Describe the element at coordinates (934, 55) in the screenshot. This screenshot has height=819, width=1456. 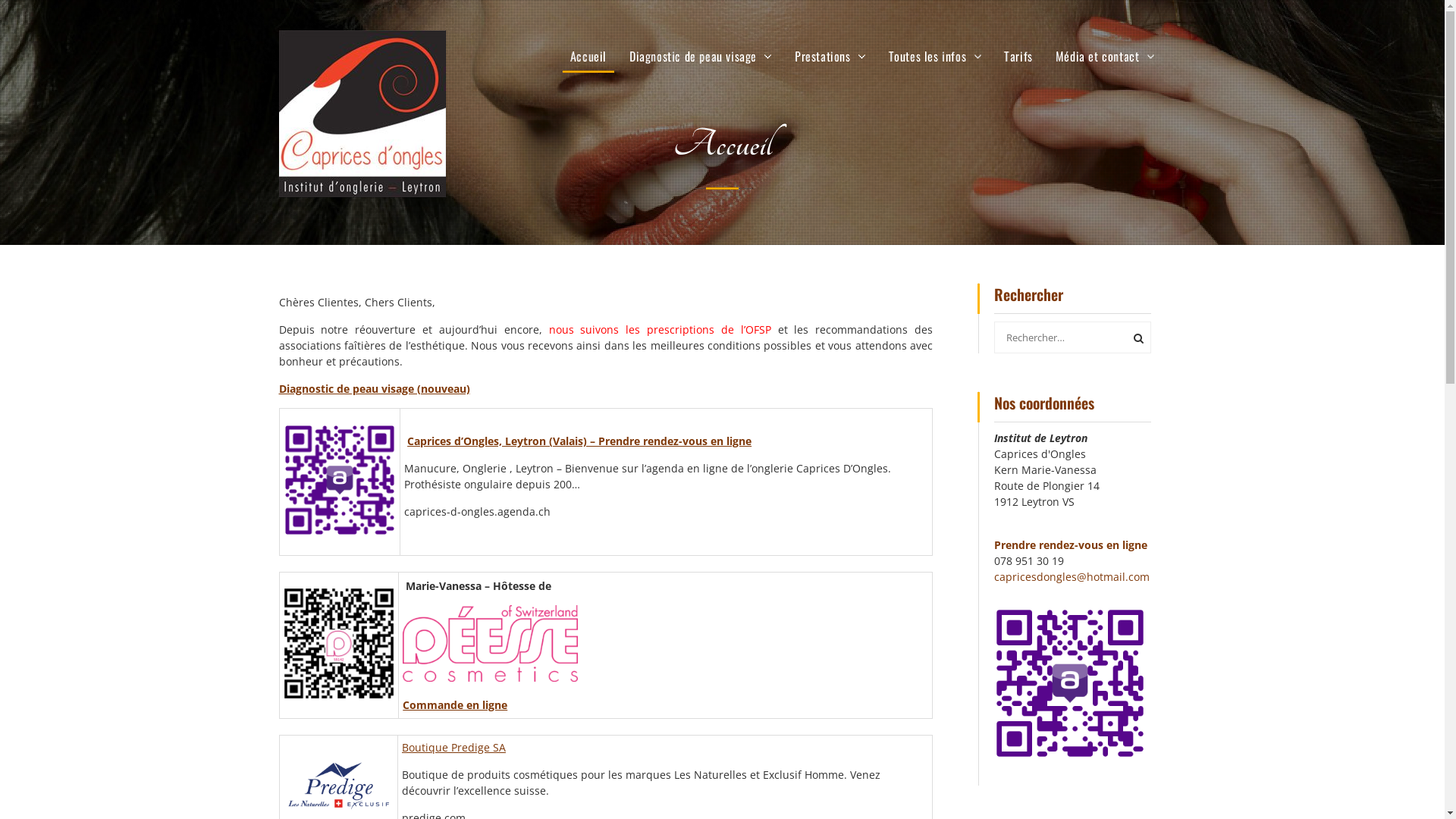
I see `'Toutes les infos'` at that location.